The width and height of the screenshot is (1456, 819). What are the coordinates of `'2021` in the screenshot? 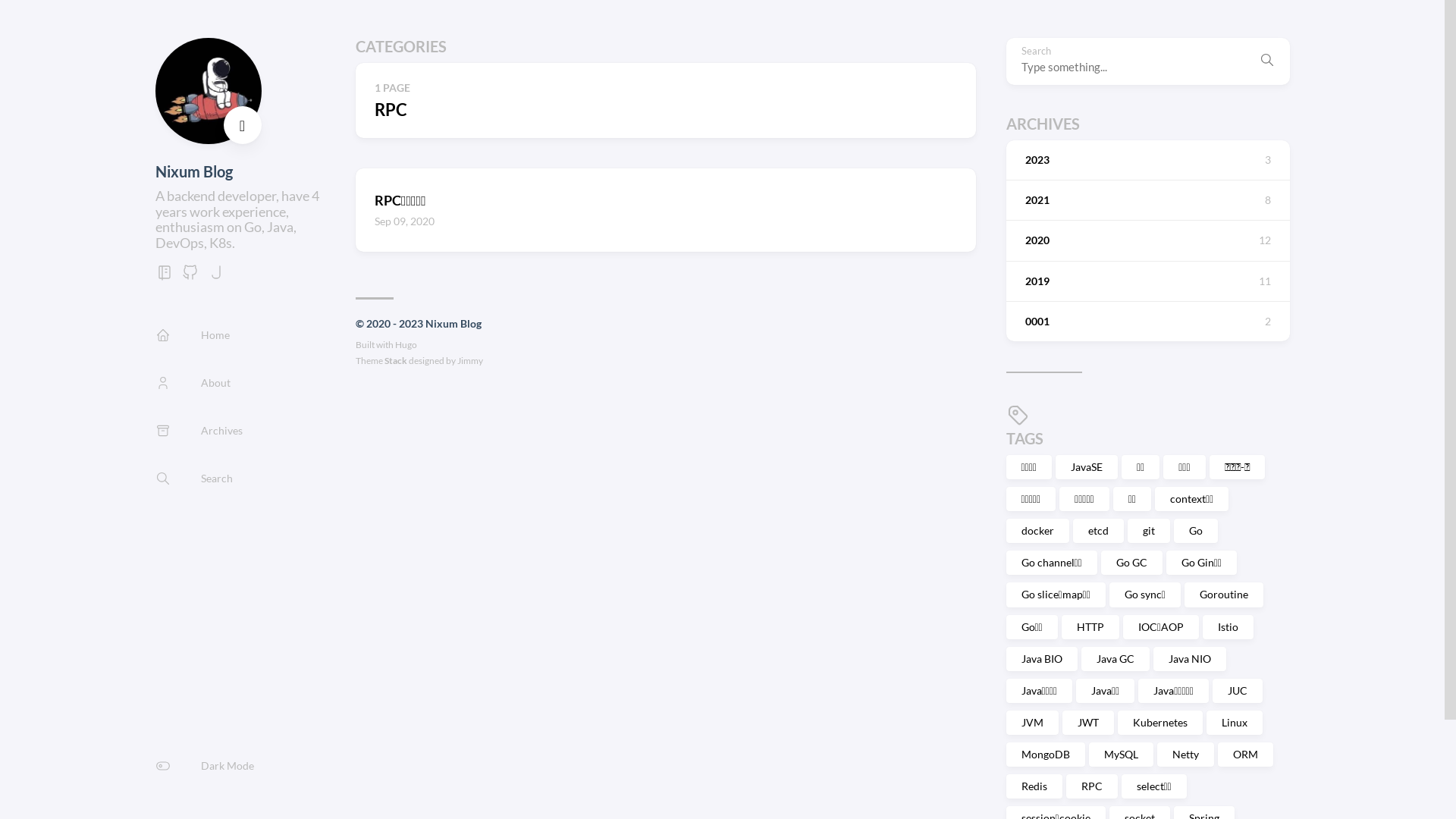 It's located at (1147, 199).